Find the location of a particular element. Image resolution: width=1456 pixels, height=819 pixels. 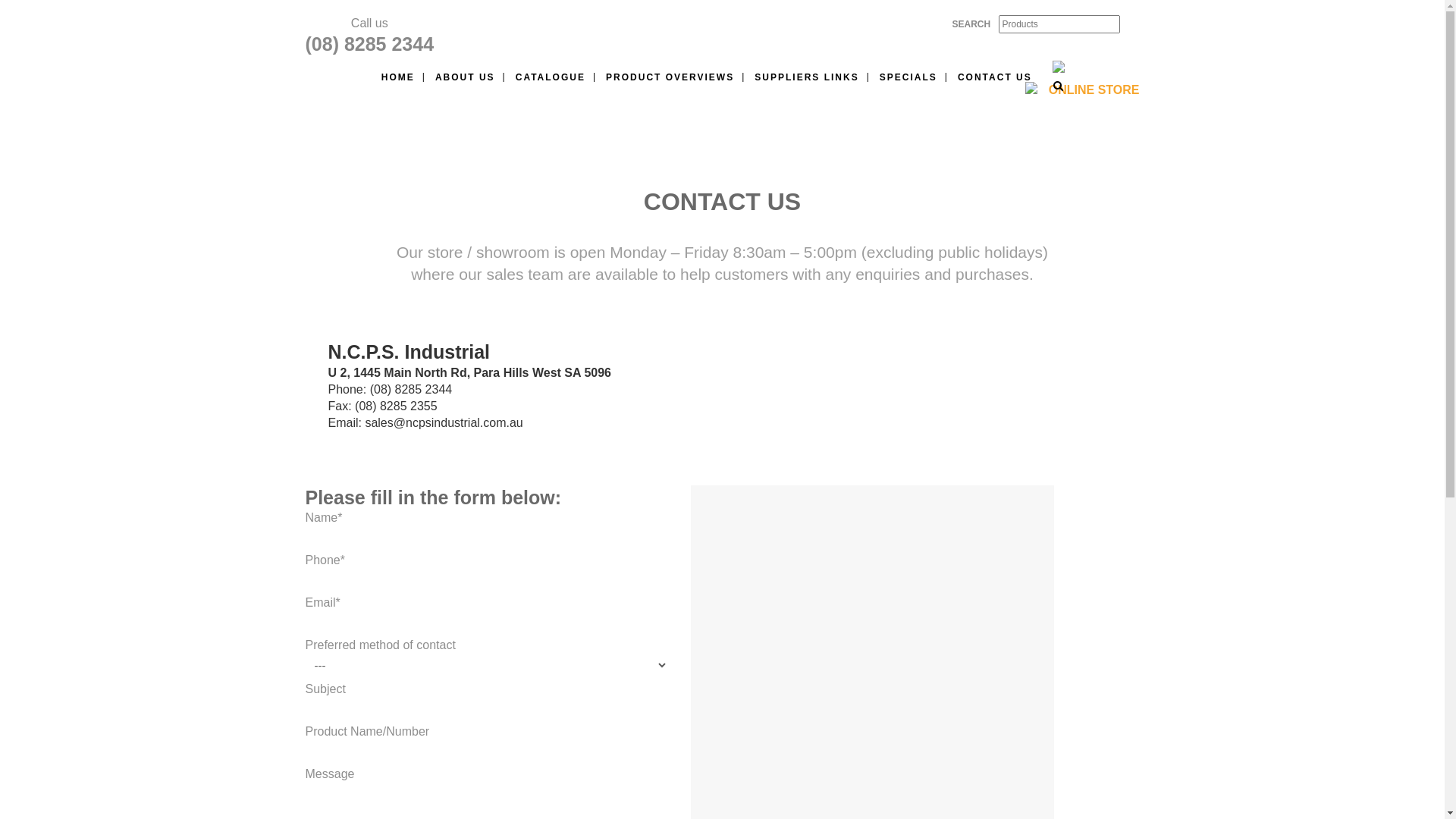

'ABOUT US' is located at coordinates (464, 77).